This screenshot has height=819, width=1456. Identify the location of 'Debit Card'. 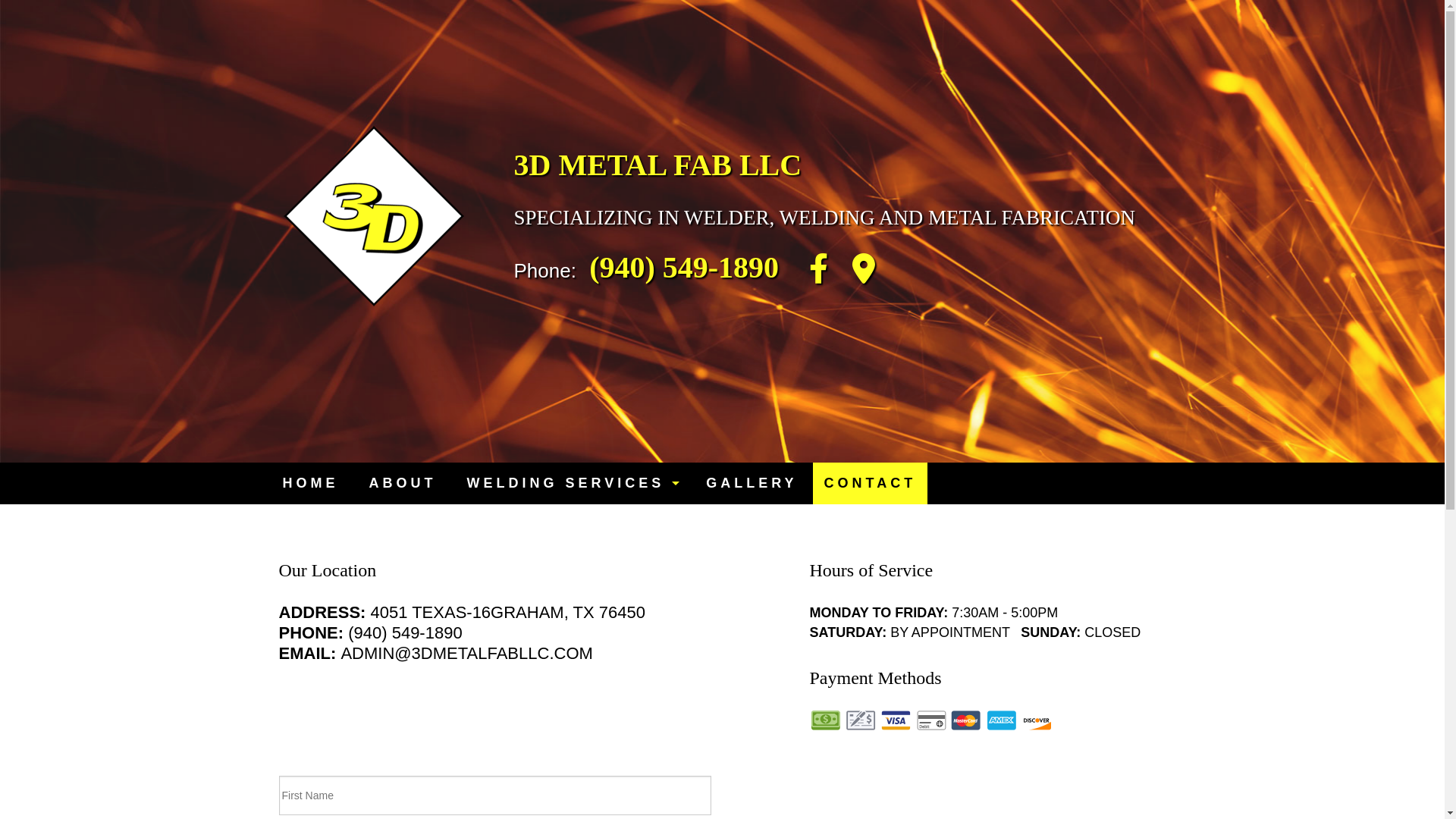
(930, 719).